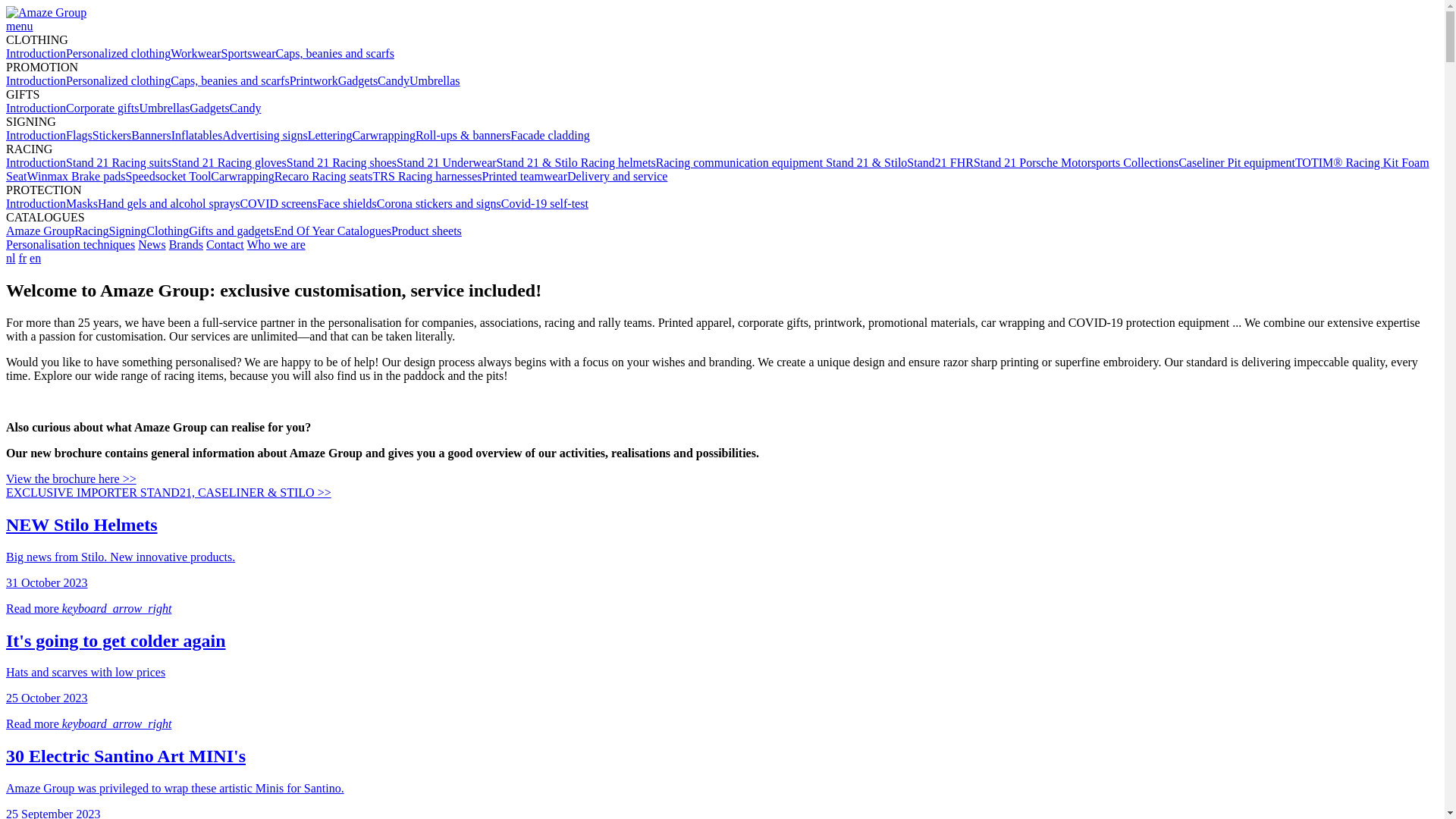  What do you see at coordinates (228, 107) in the screenshot?
I see `'Candy'` at bounding box center [228, 107].